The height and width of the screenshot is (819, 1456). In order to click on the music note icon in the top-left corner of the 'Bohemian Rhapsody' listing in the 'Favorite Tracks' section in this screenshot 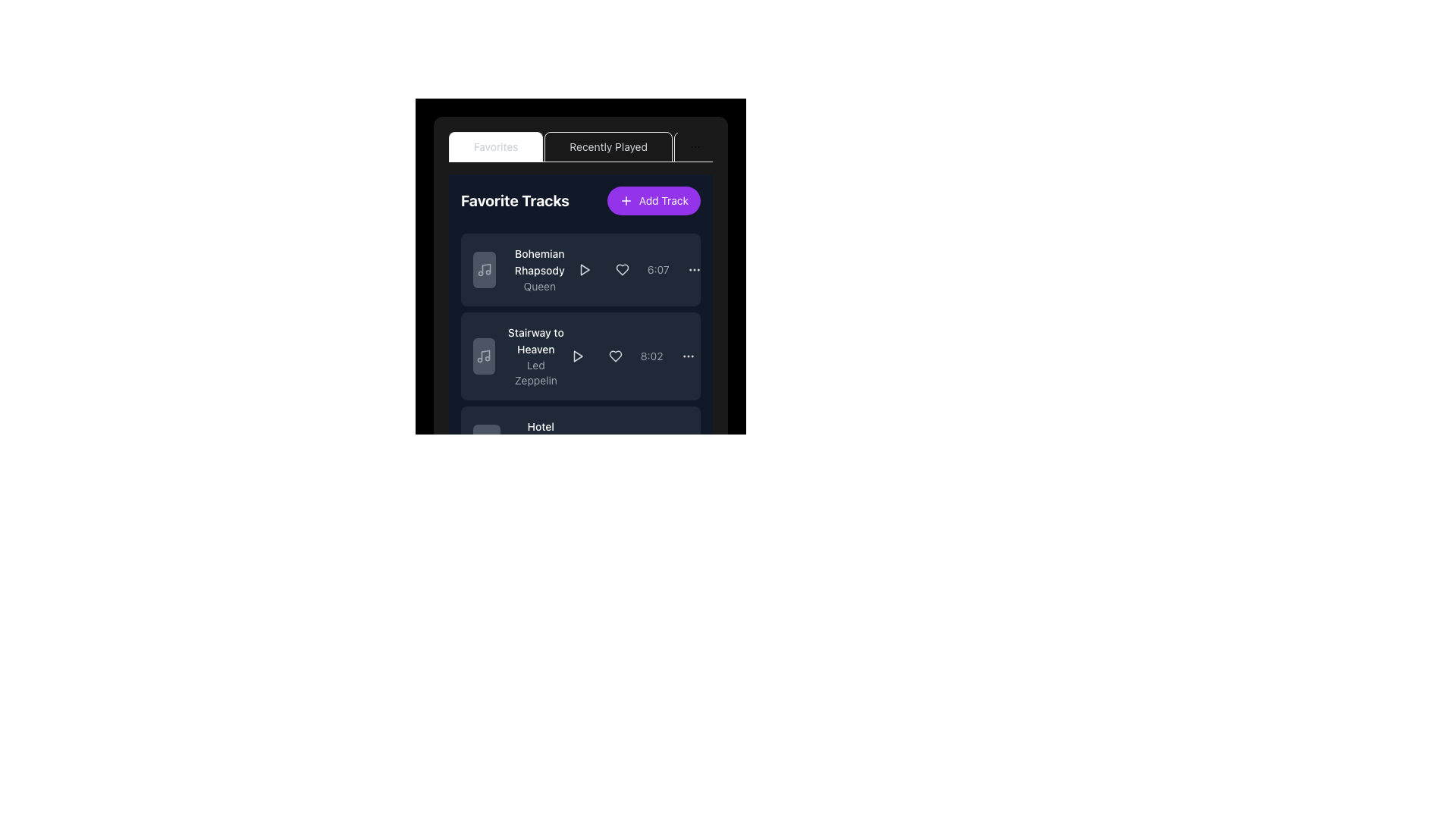, I will do `click(483, 268)`.